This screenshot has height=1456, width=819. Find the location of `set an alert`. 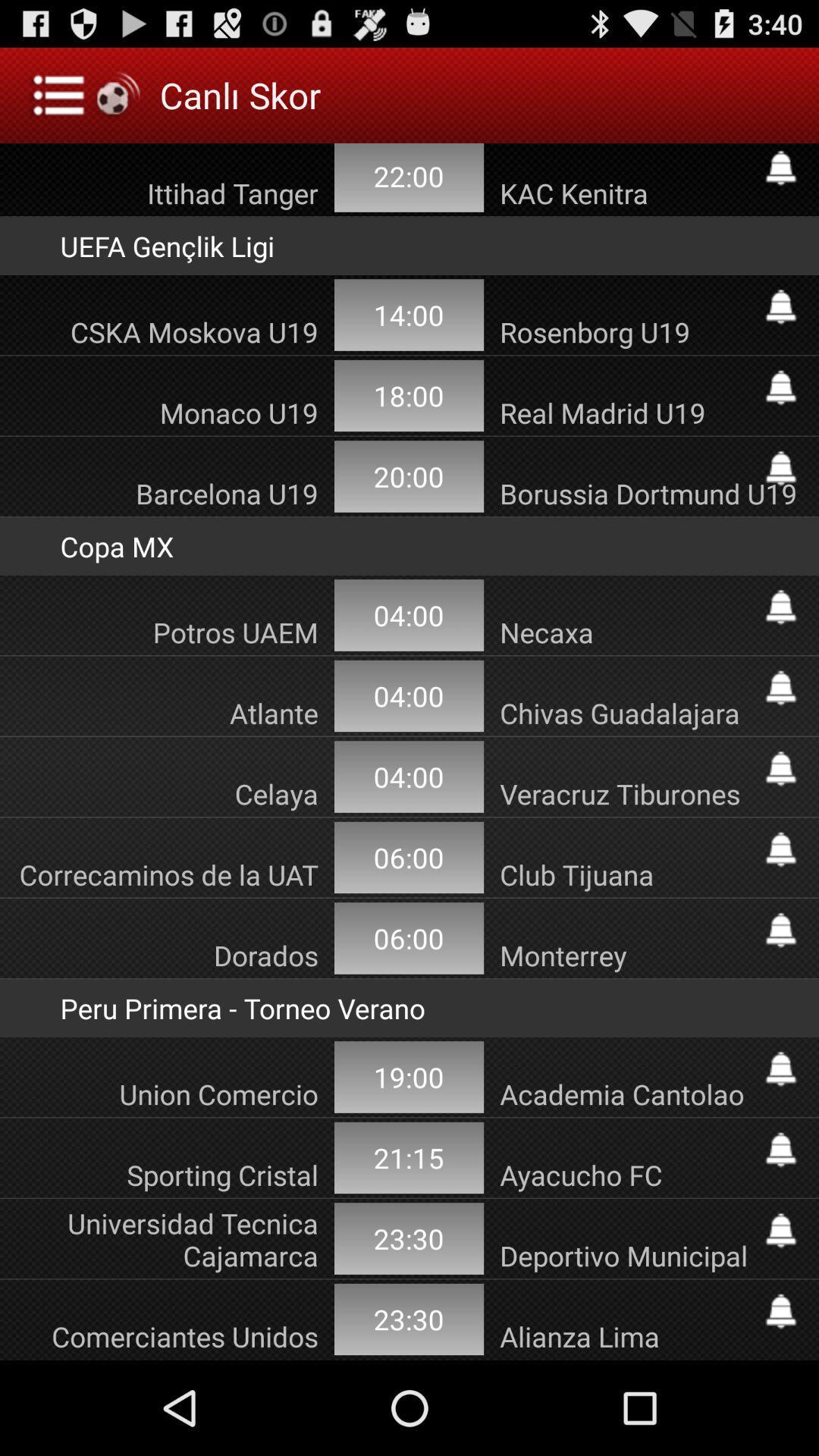

set an alert is located at coordinates (780, 687).